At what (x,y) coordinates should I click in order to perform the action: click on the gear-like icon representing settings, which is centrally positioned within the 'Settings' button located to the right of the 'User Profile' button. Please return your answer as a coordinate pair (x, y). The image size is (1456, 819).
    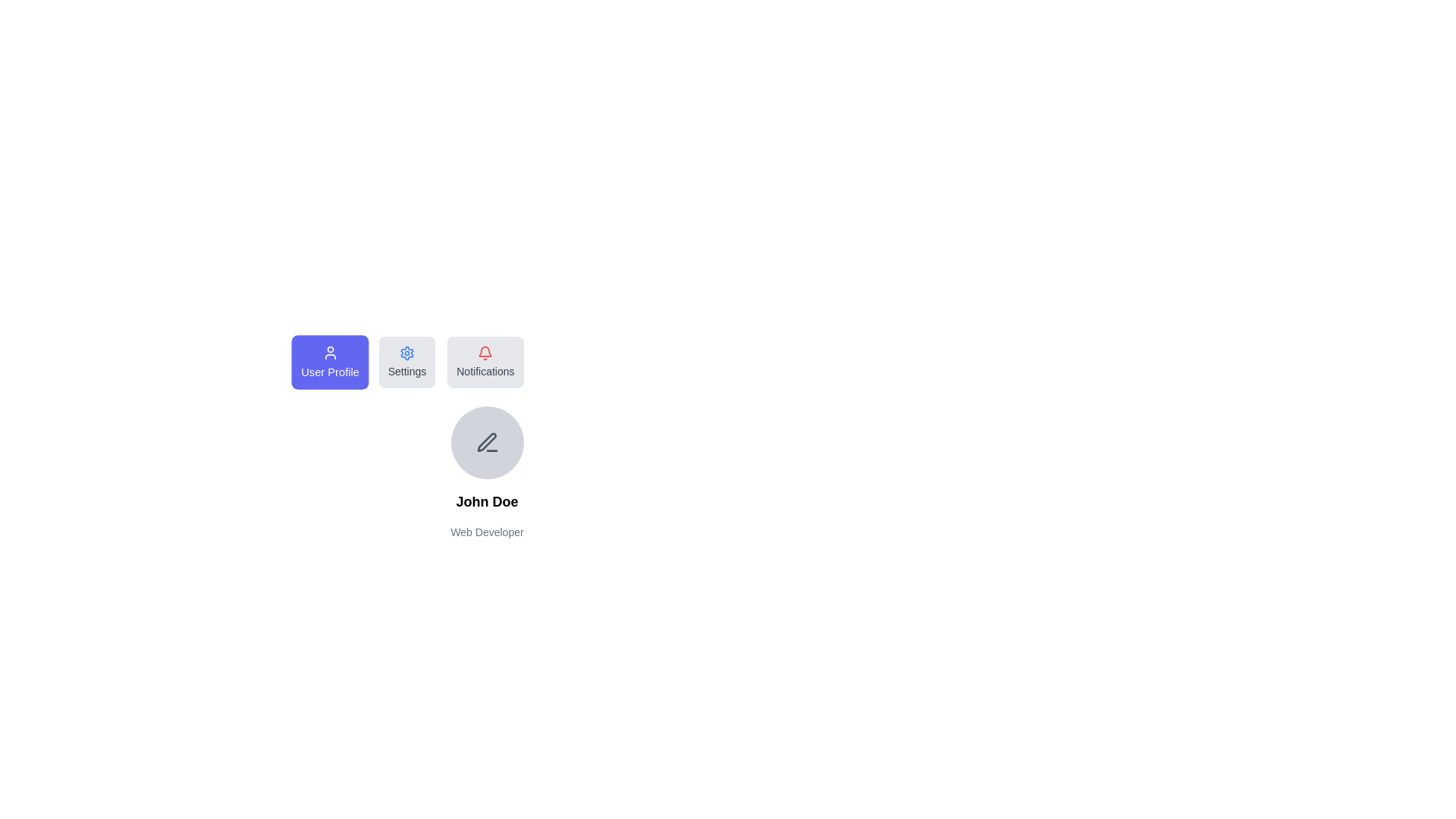
    Looking at the image, I should click on (407, 353).